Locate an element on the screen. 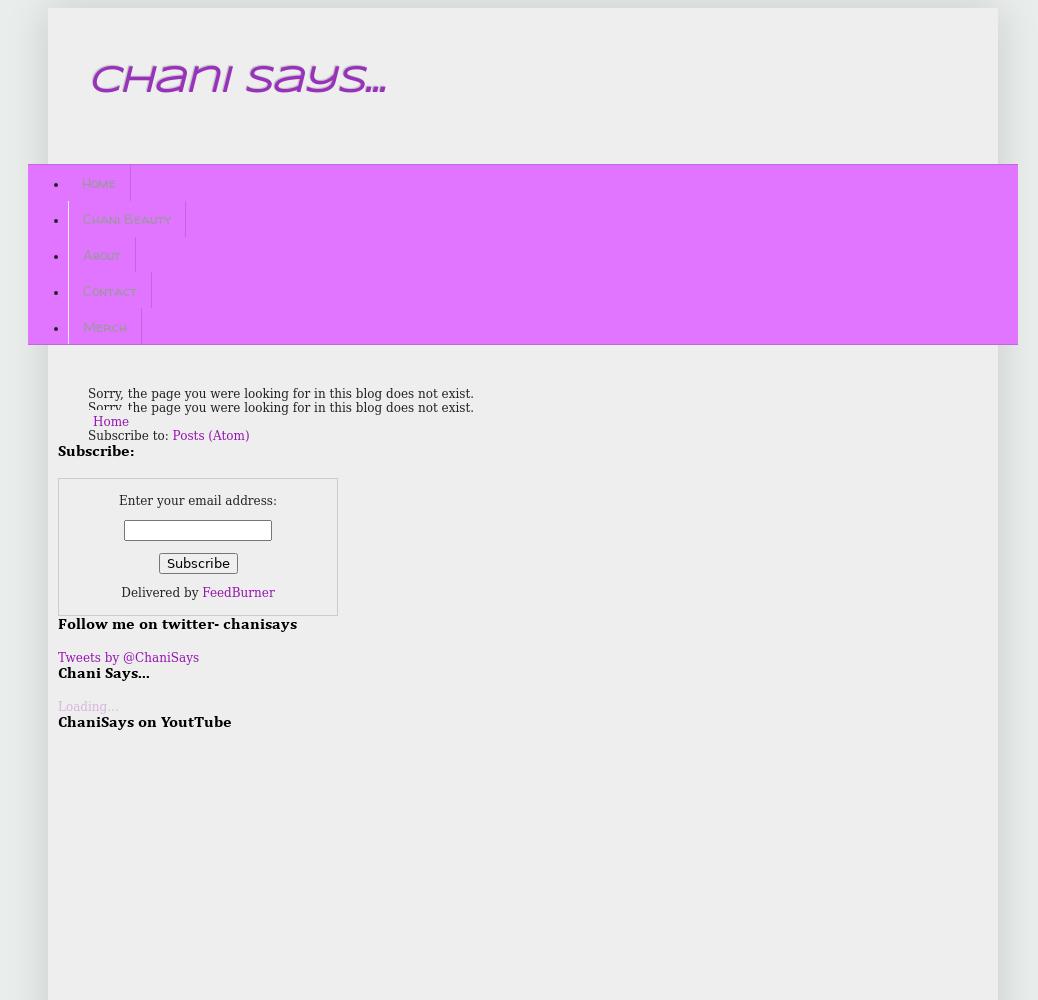 The height and width of the screenshot is (1000, 1038). 'Merch' is located at coordinates (104, 324).